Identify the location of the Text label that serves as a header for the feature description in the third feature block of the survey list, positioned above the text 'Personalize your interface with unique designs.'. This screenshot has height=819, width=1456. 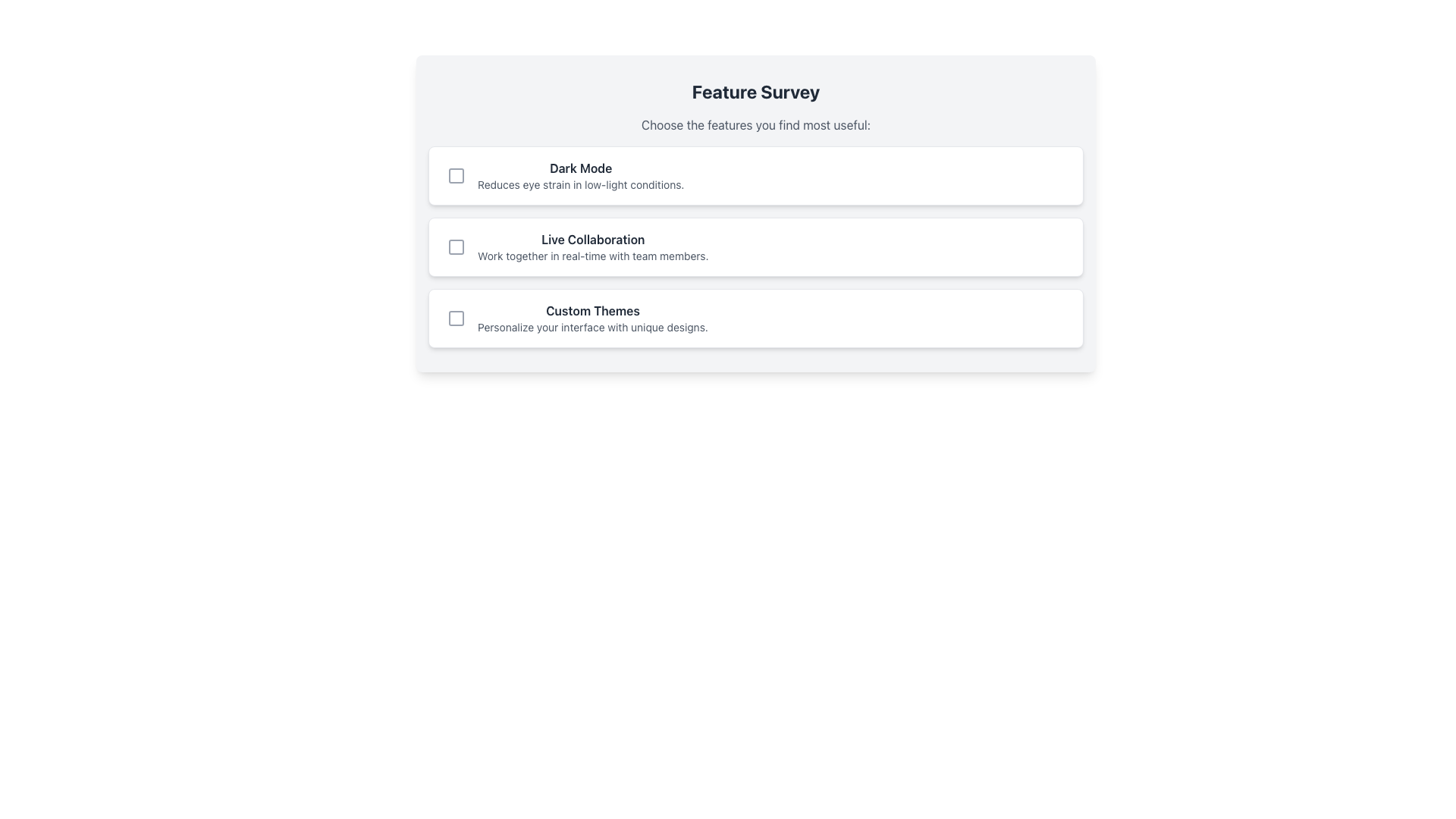
(592, 309).